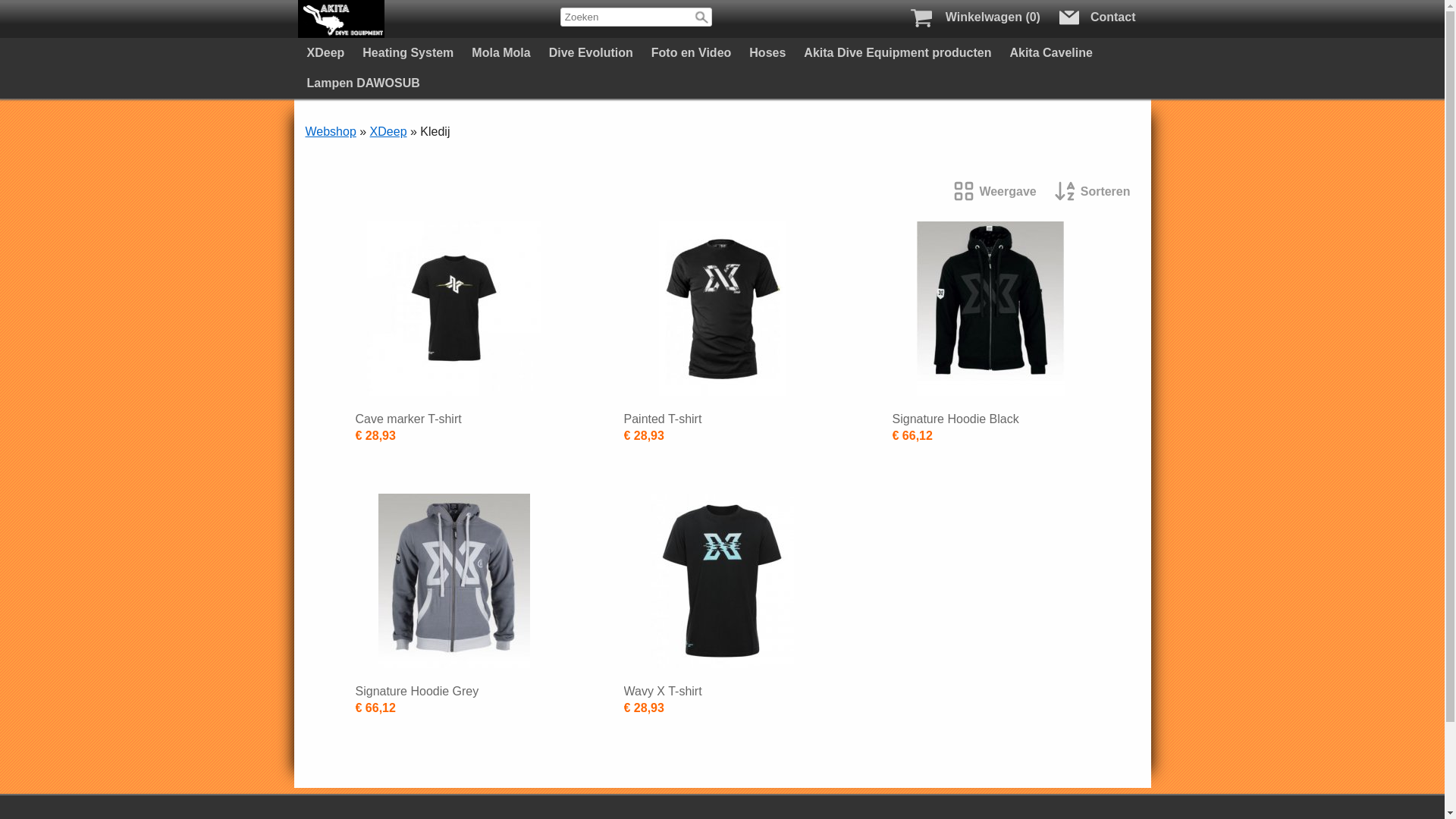  I want to click on 'Lampen DAWOSUB', so click(362, 83).